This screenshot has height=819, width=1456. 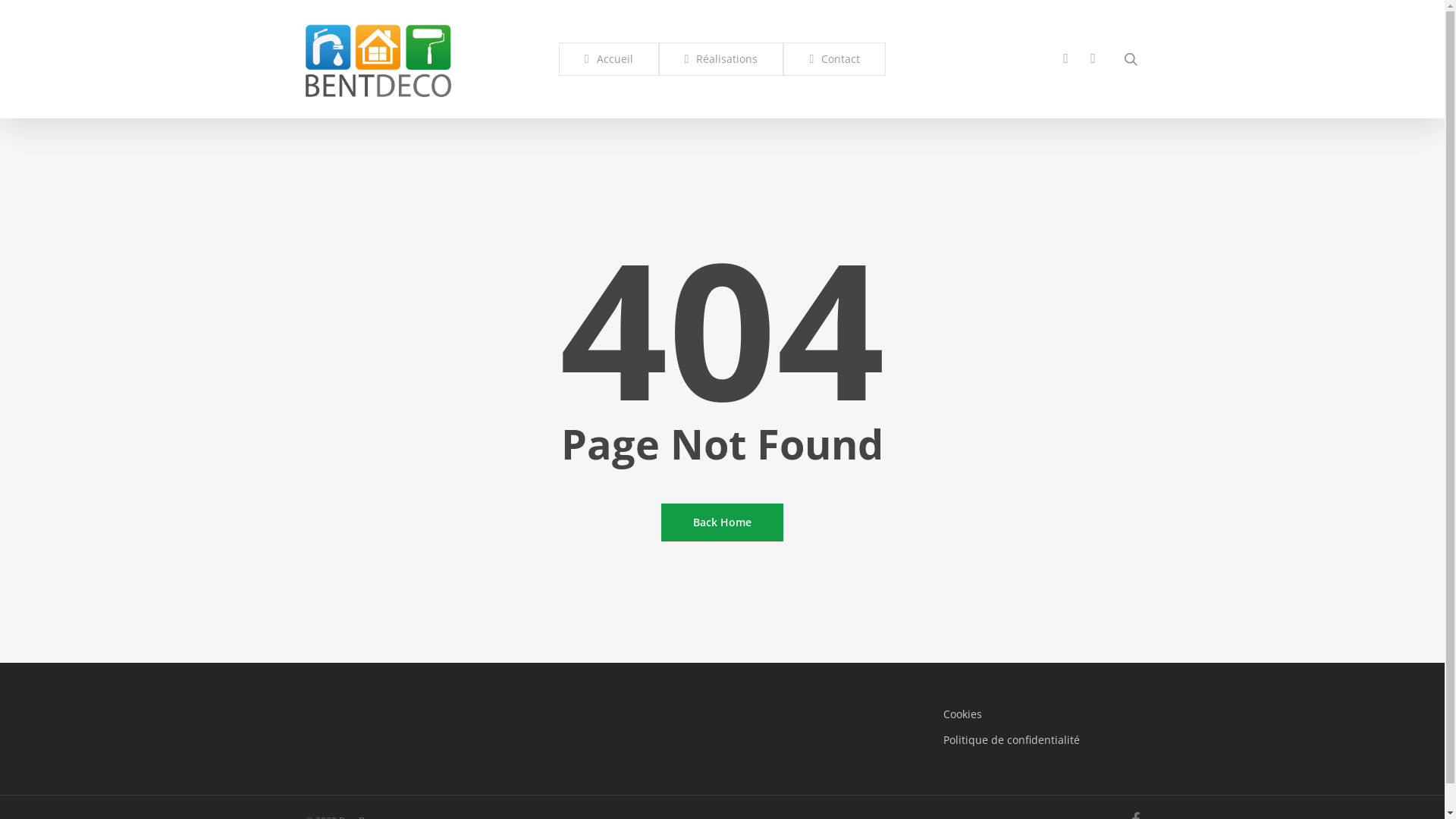 I want to click on 'Contact', so click(x=833, y=58).